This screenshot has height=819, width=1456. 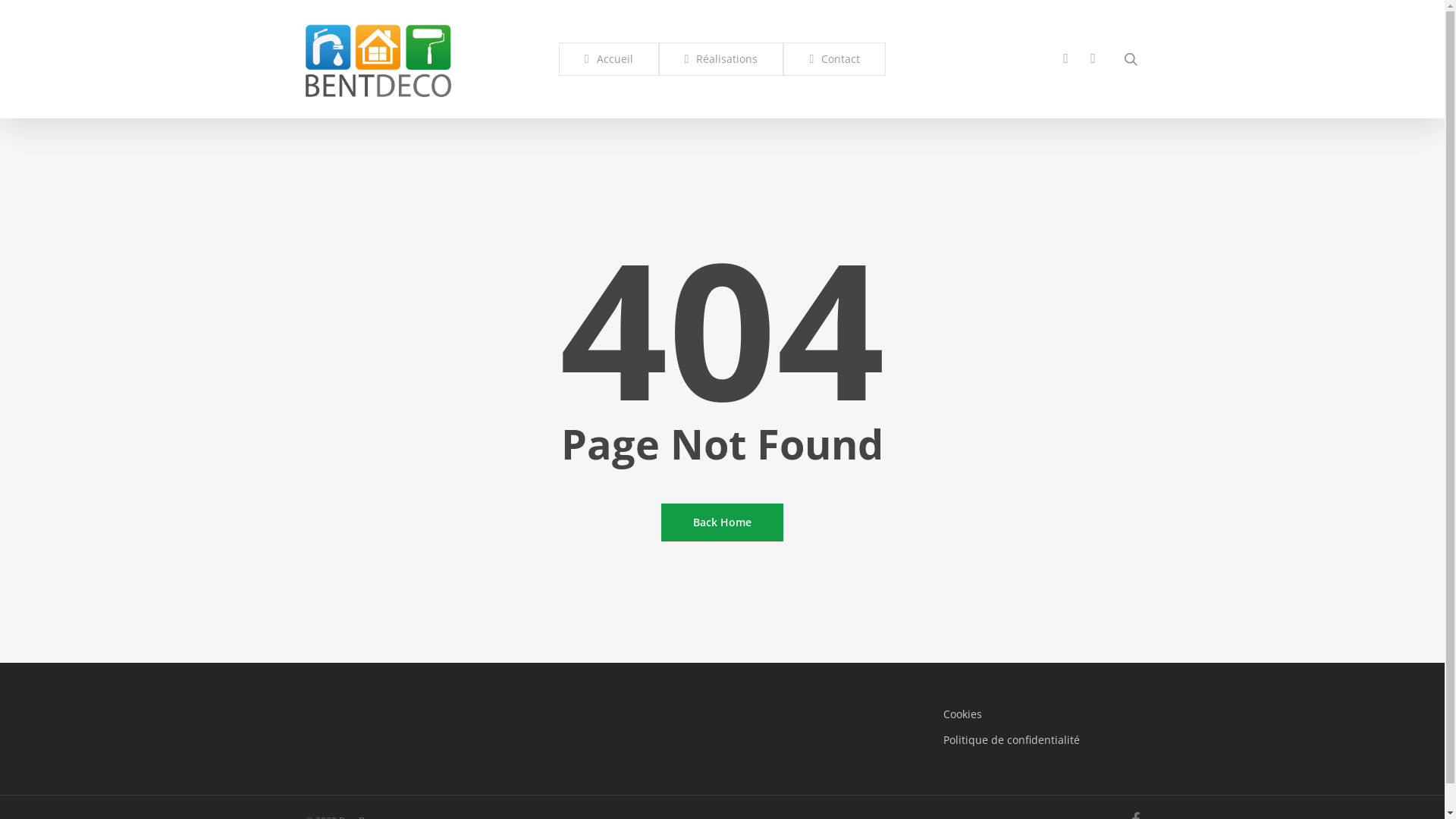 I want to click on 'Contact', so click(x=833, y=58).